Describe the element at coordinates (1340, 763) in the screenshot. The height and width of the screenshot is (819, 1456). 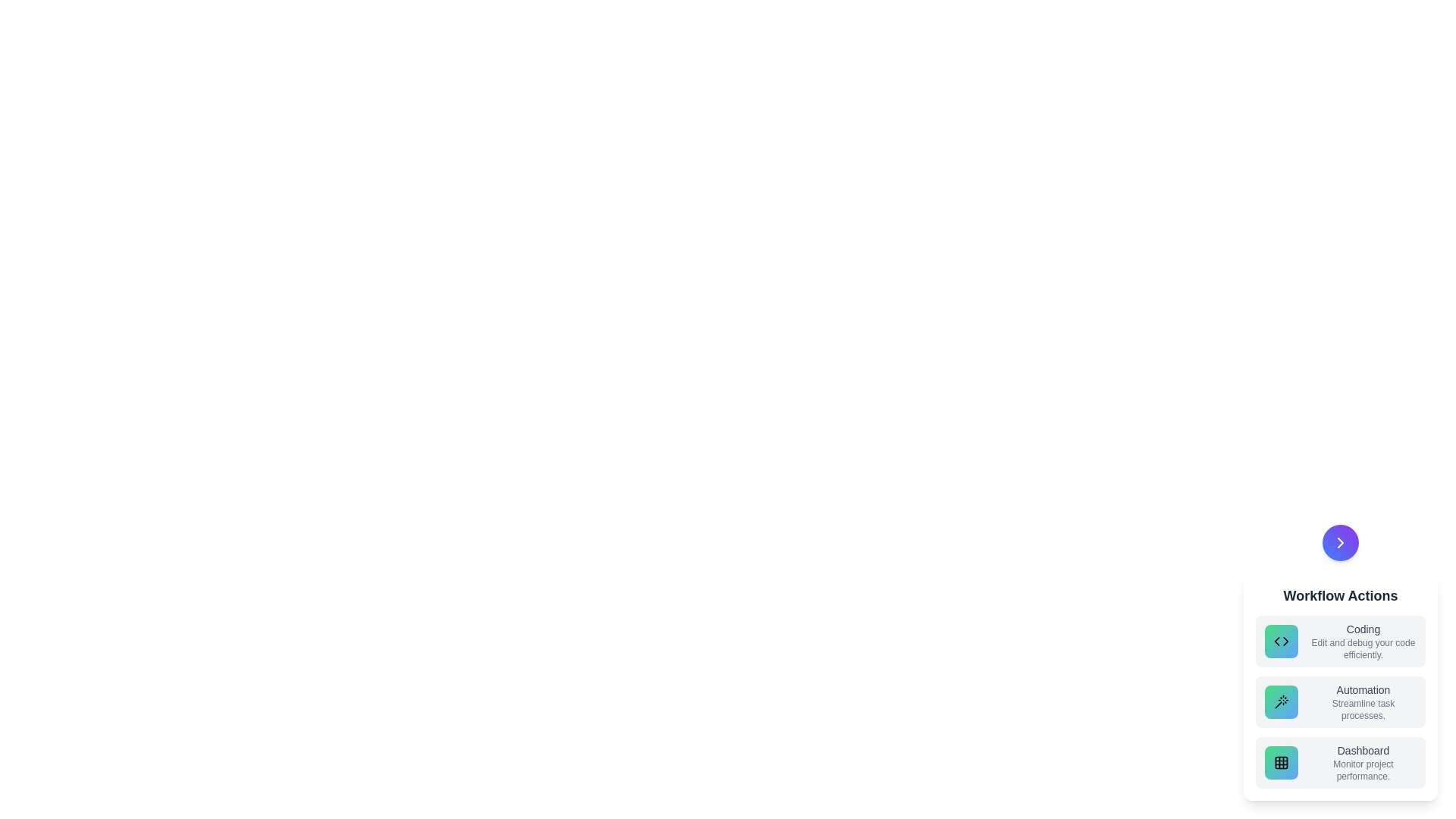
I see `the action item labeled Dashboard to observe its hover effect` at that location.